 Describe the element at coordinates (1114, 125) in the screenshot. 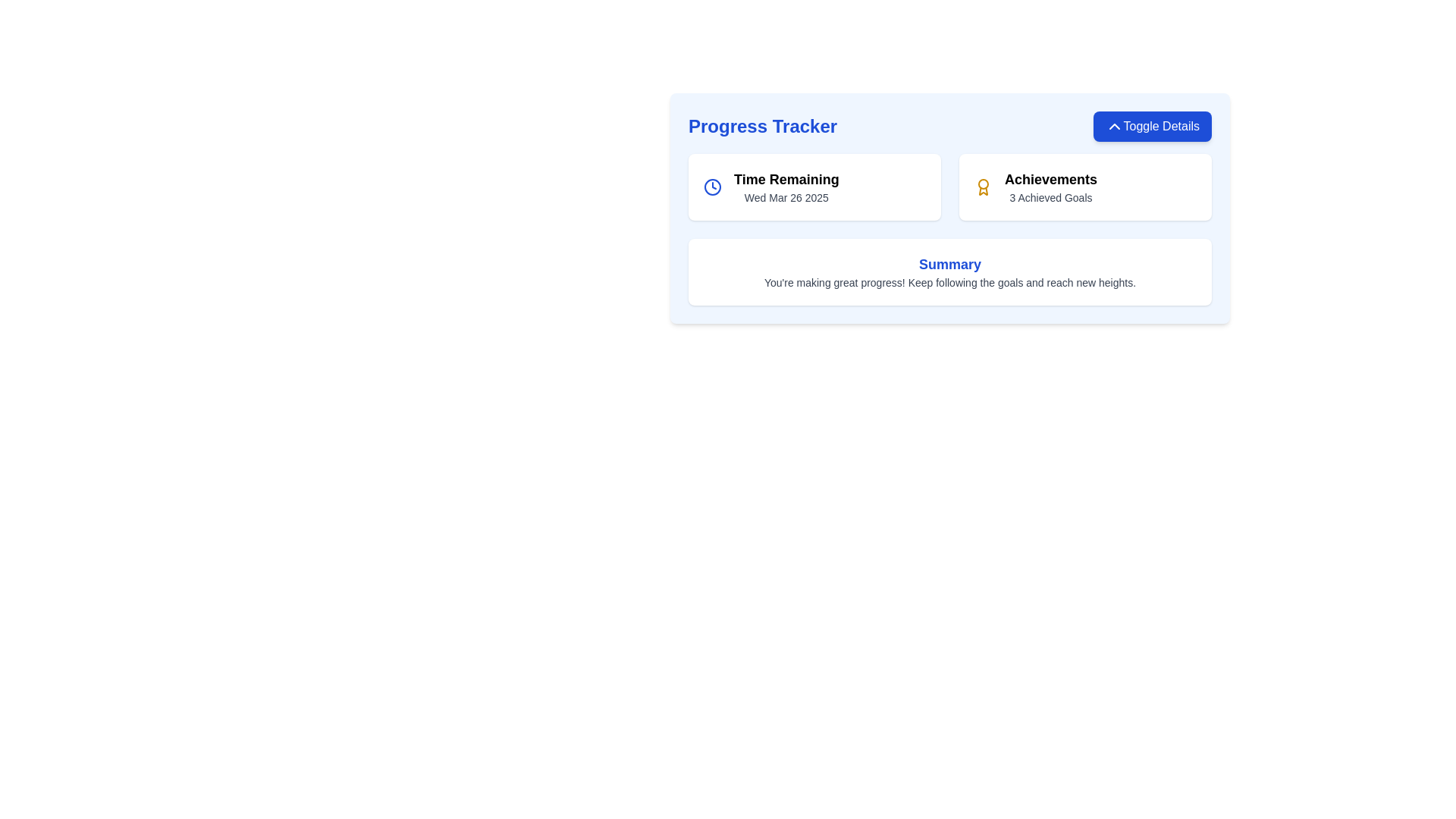

I see `the small upward-pointing chevron icon, which is outlined with a white stroke on a blue background, located inside the 'Toggle Details' button in the top-right corner of the 'Progress Tracker' card` at that location.